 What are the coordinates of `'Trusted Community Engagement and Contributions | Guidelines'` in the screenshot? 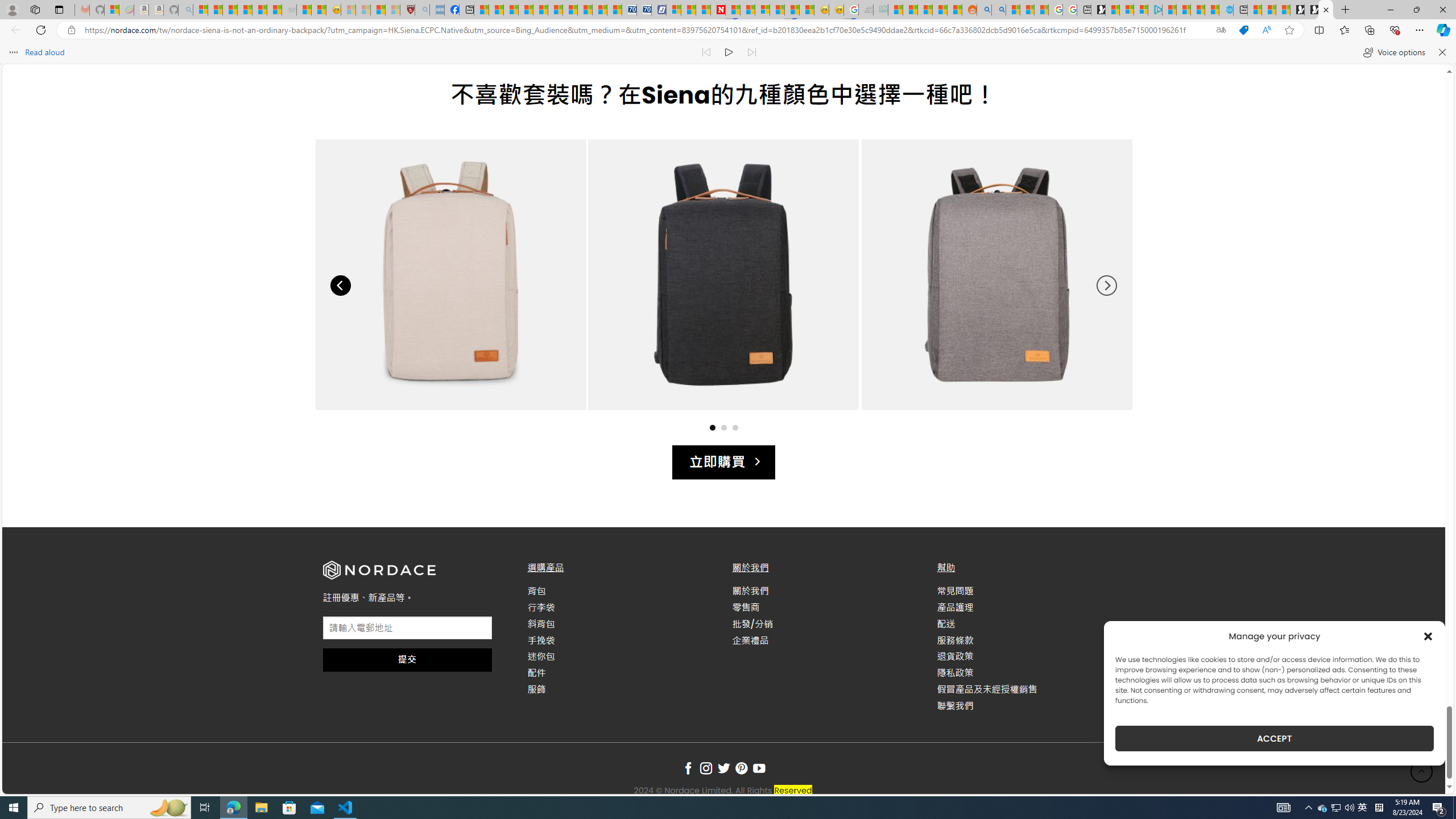 It's located at (733, 9).